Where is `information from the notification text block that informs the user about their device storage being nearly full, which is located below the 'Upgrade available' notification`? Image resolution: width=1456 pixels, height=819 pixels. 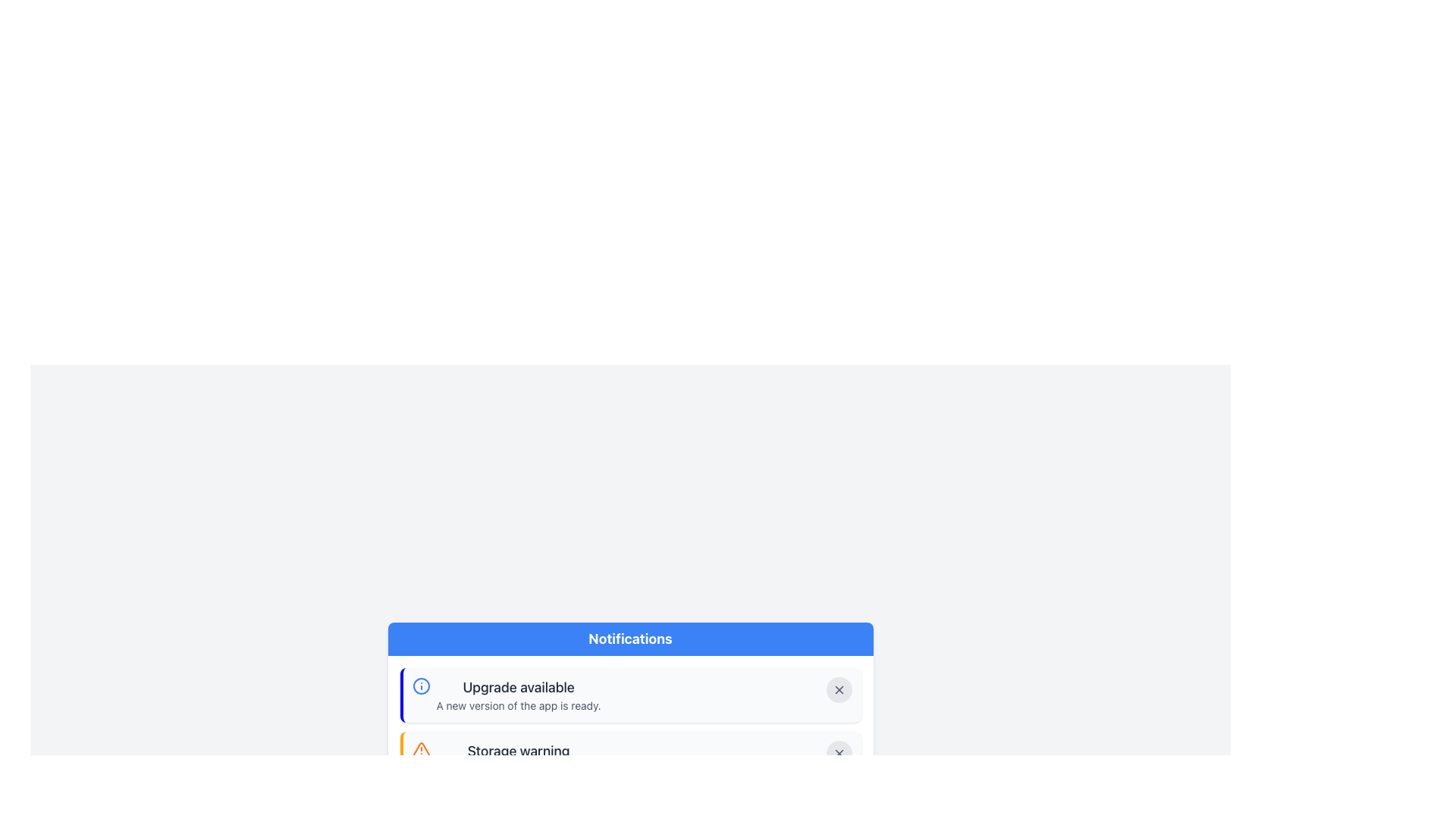
information from the notification text block that informs the user about their device storage being nearly full, which is located below the 'Upgrade available' notification is located at coordinates (518, 759).